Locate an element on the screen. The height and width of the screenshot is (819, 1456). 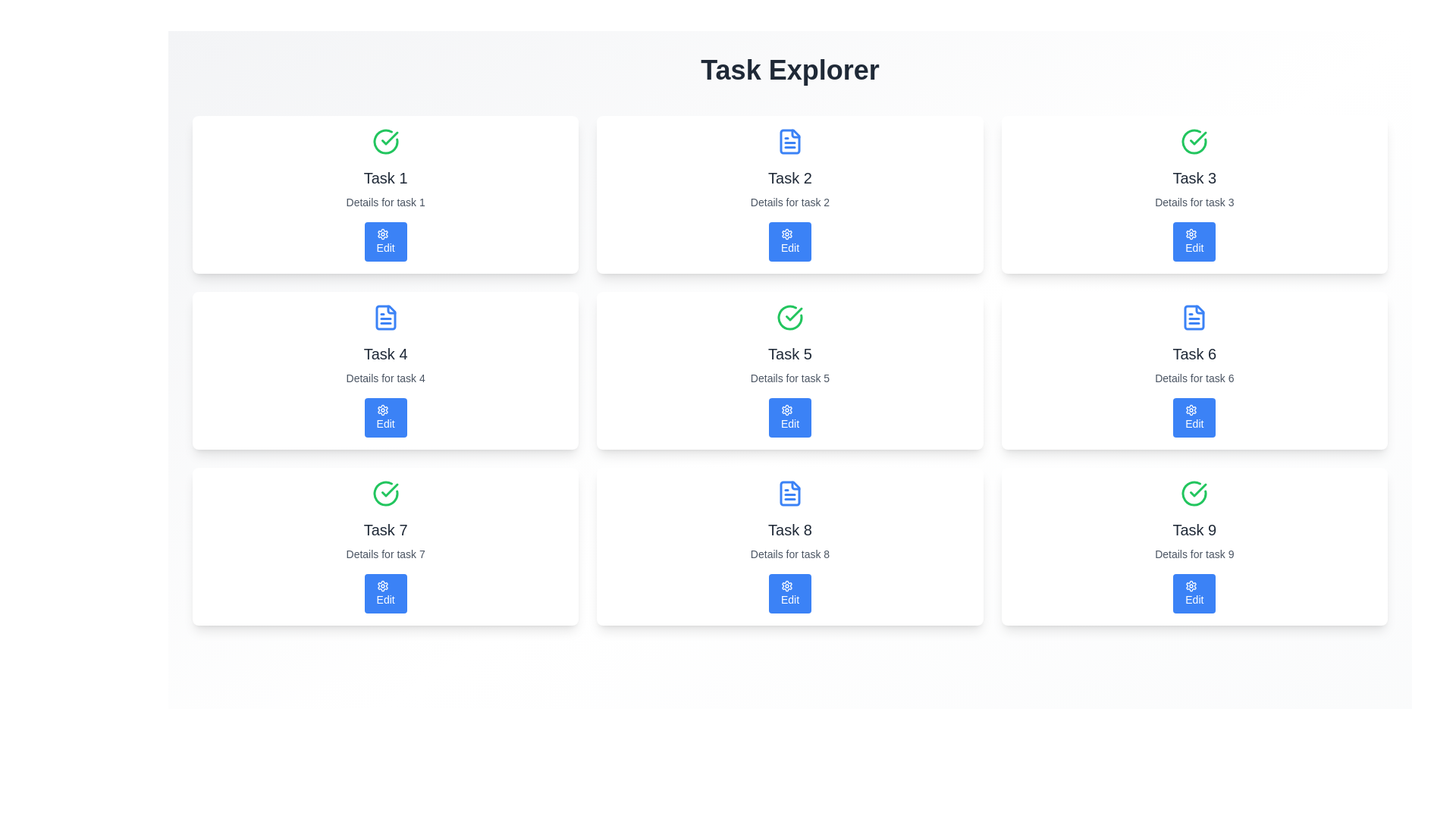
the non-interactive informational label that displays supplementary information about 'Task 1', positioned beneath the title and above the 'Edit' button is located at coordinates (385, 201).